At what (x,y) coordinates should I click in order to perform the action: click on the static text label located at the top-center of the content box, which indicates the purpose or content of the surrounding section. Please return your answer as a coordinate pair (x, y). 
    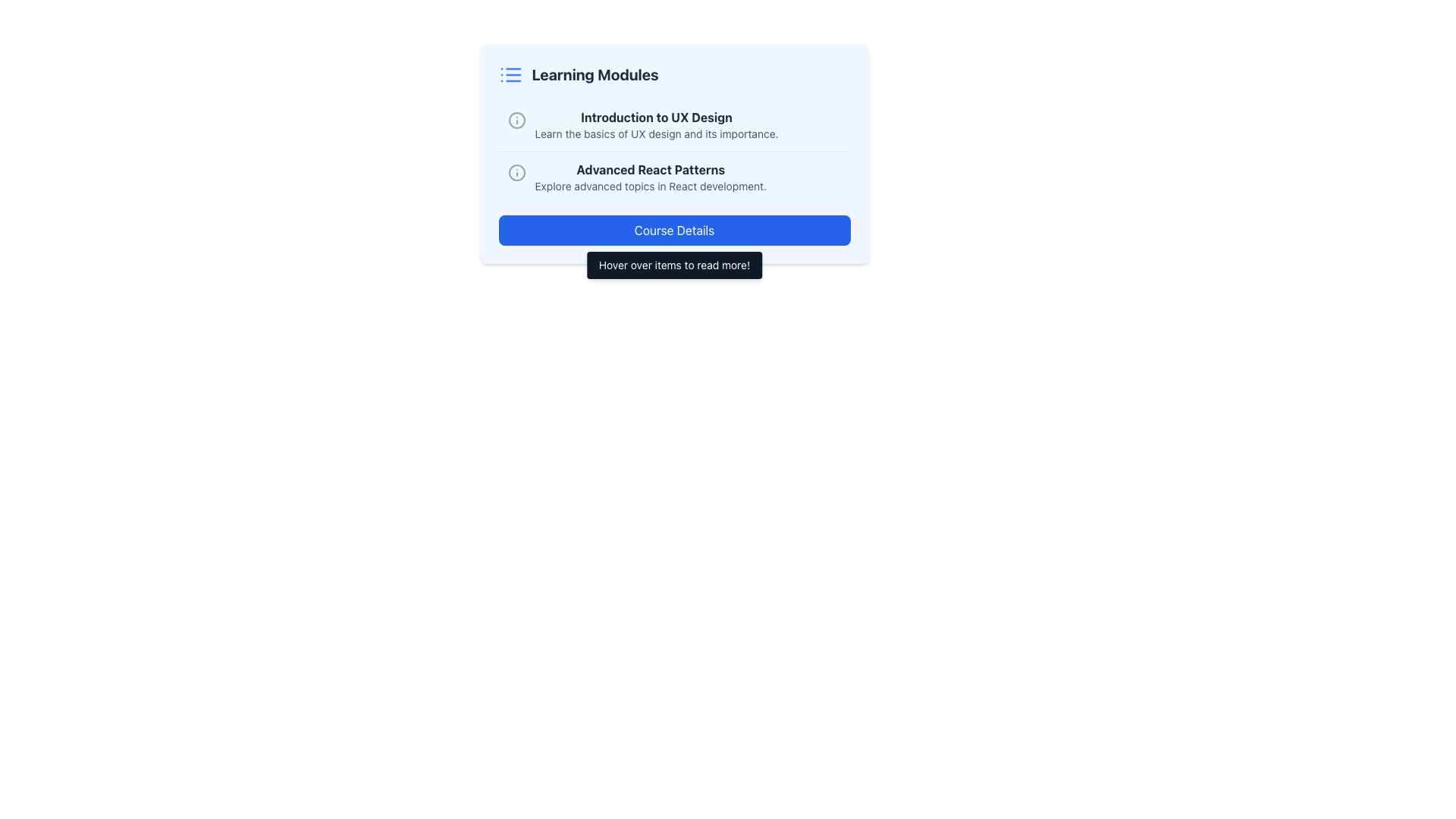
    Looking at the image, I should click on (595, 75).